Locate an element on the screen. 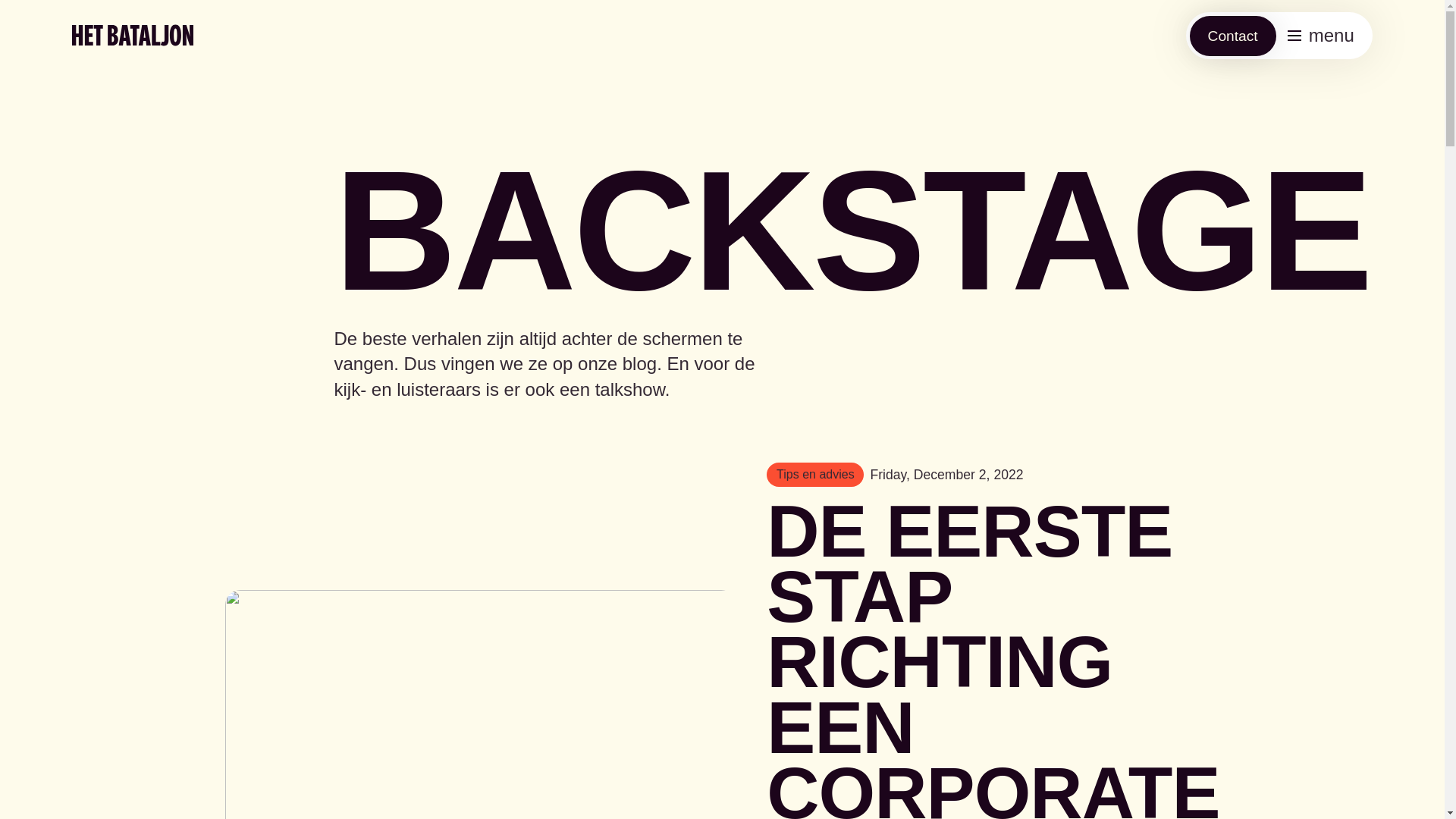  'Contact' is located at coordinates (1233, 35).